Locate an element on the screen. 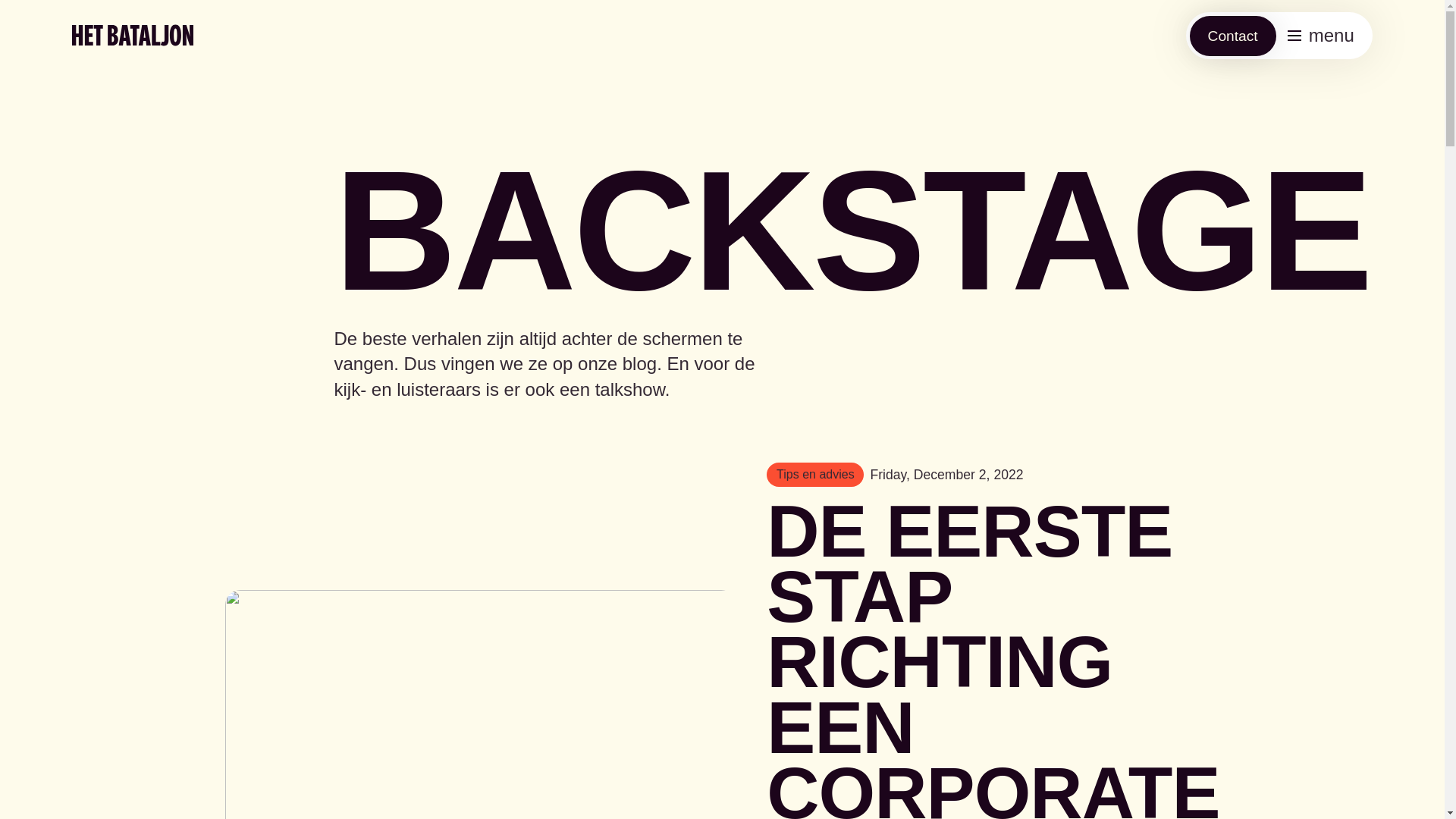  'Contact' is located at coordinates (1233, 35).